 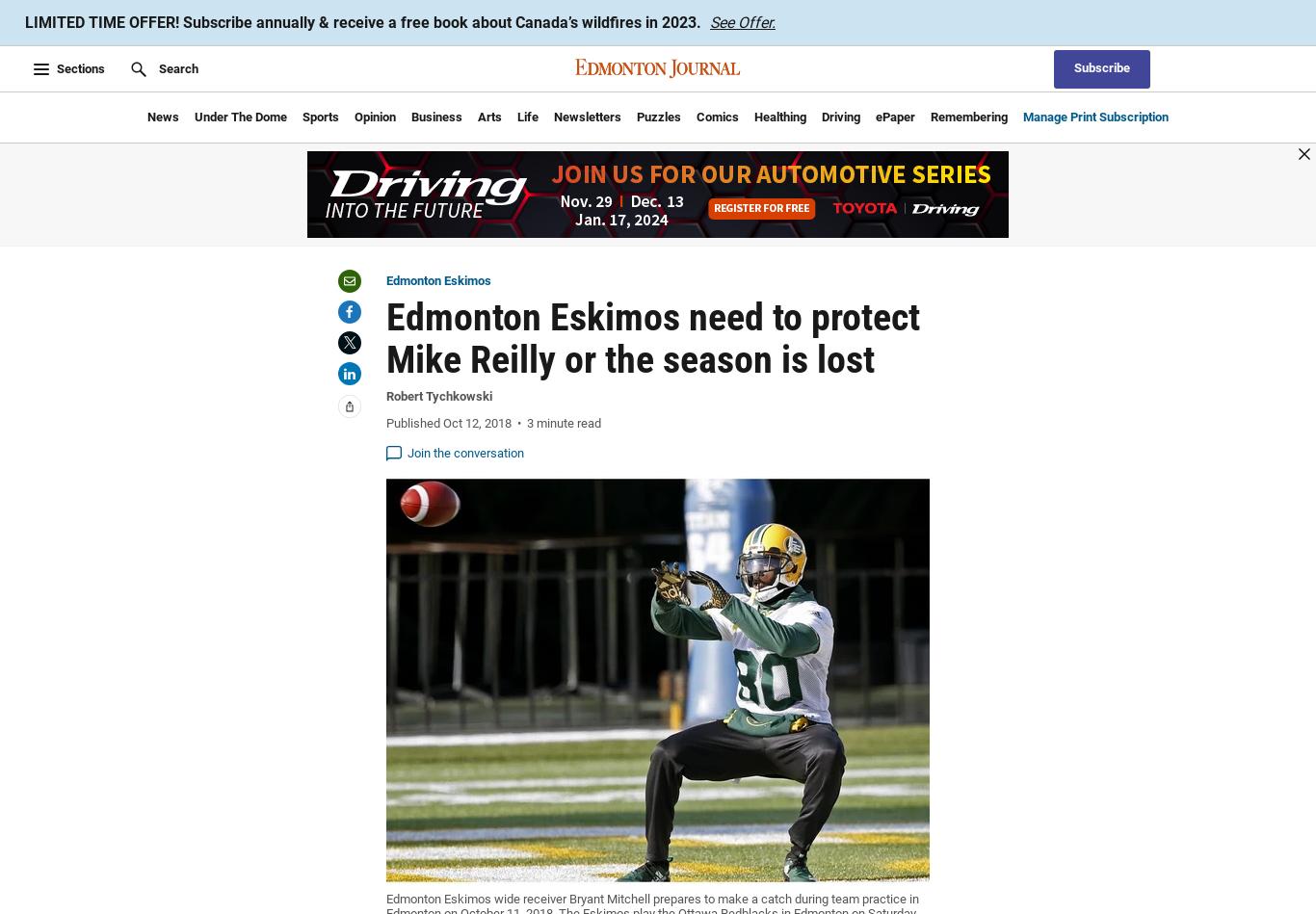 I want to click on 'News', so click(x=162, y=116).